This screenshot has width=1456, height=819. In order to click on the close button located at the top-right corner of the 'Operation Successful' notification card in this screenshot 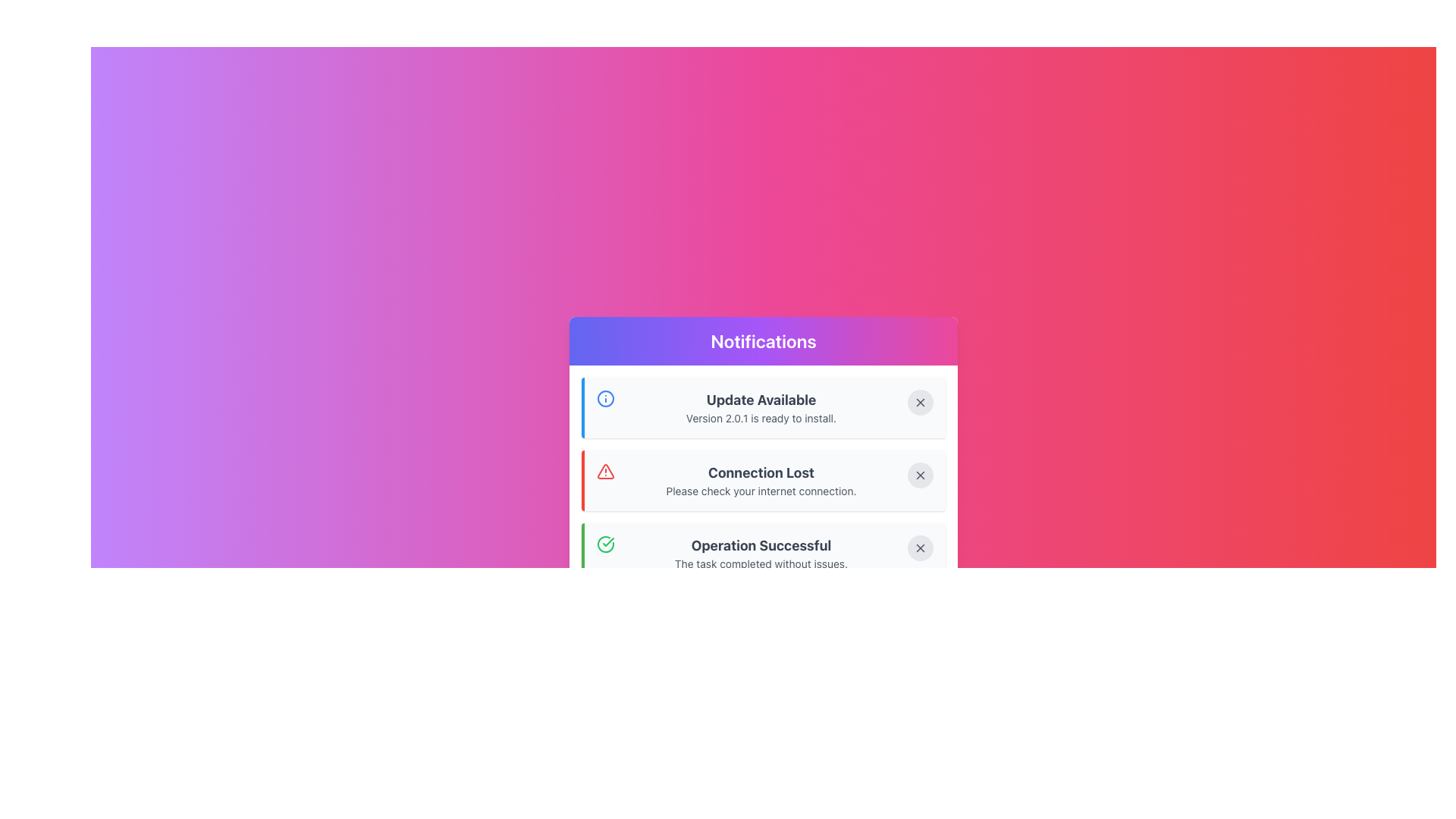, I will do `click(920, 548)`.